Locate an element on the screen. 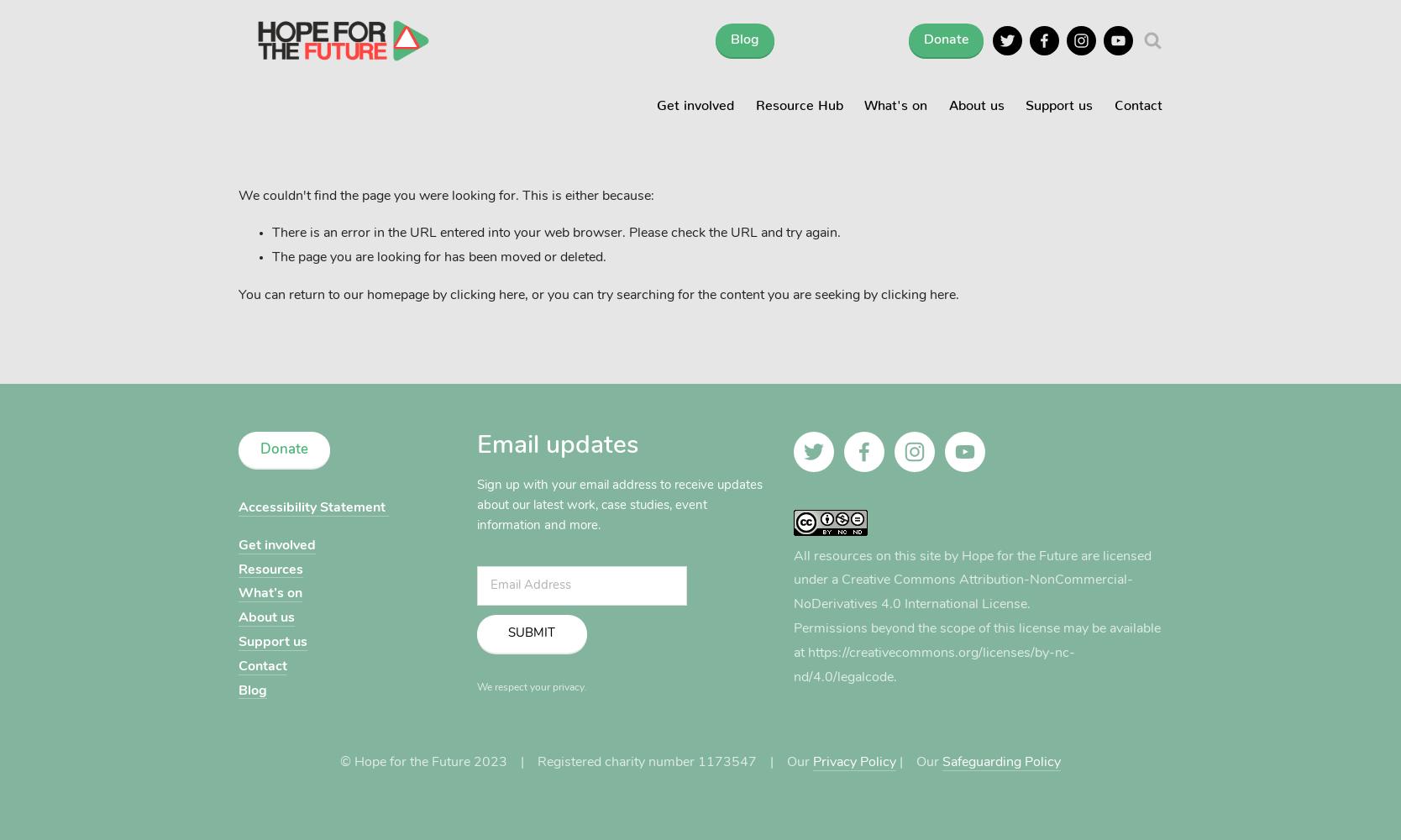  'Accessibility Statement' is located at coordinates (311, 507).